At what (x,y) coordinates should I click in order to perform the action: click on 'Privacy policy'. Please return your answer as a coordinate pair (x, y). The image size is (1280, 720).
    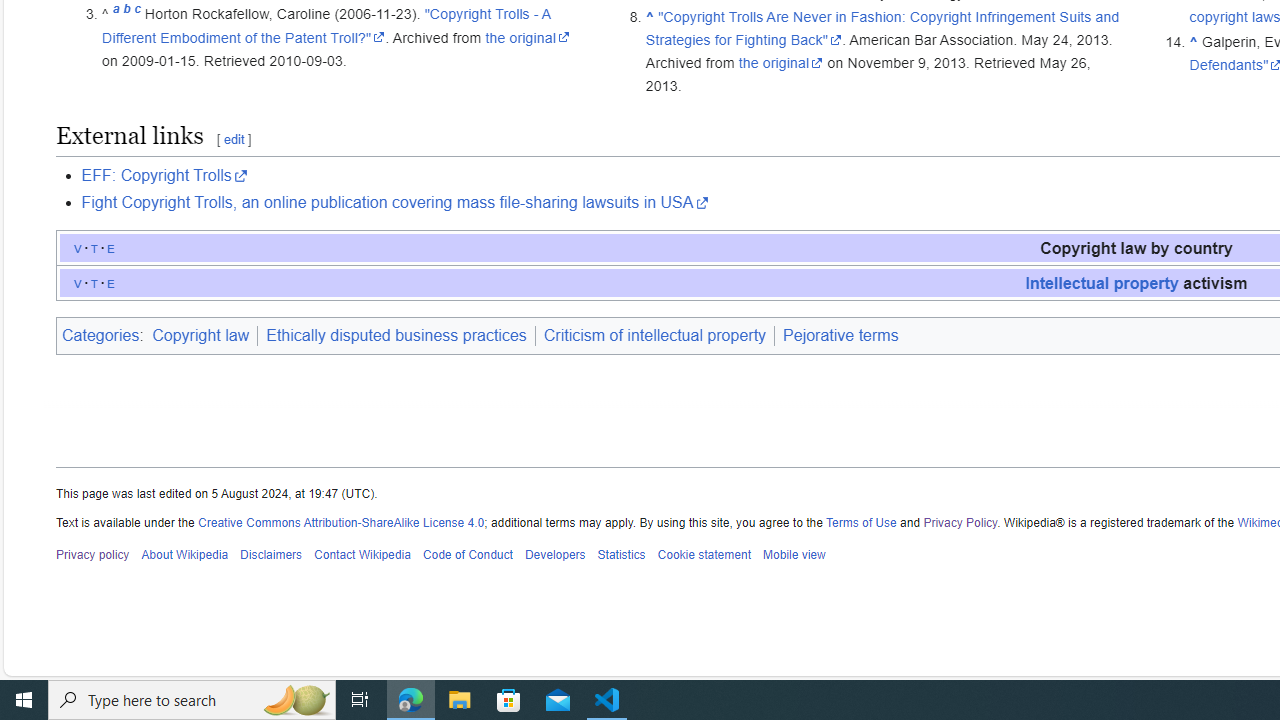
    Looking at the image, I should click on (92, 555).